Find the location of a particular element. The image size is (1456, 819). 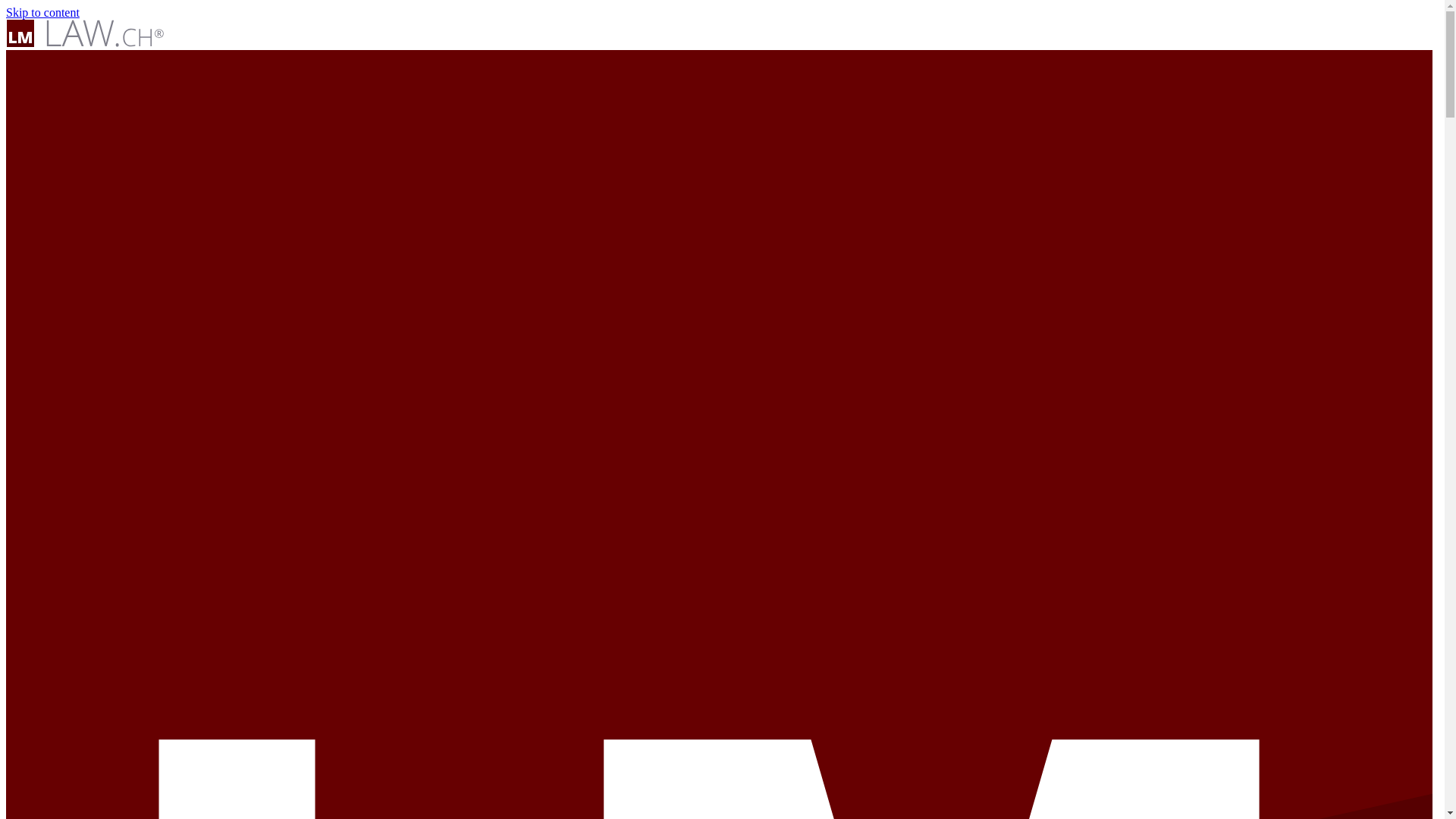

'Skip to content' is located at coordinates (42, 12).